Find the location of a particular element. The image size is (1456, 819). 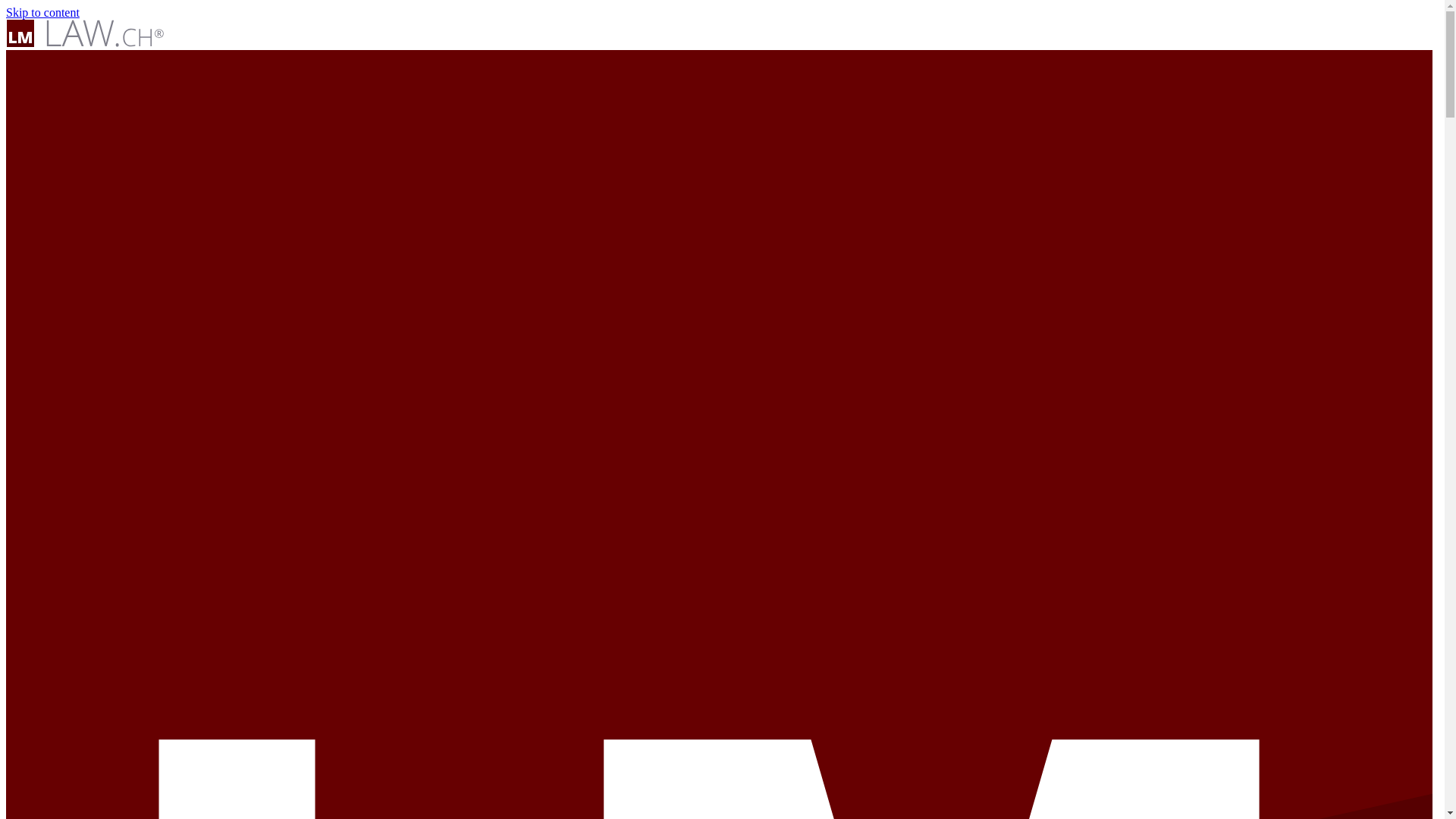

'Skip to content' is located at coordinates (42, 12).